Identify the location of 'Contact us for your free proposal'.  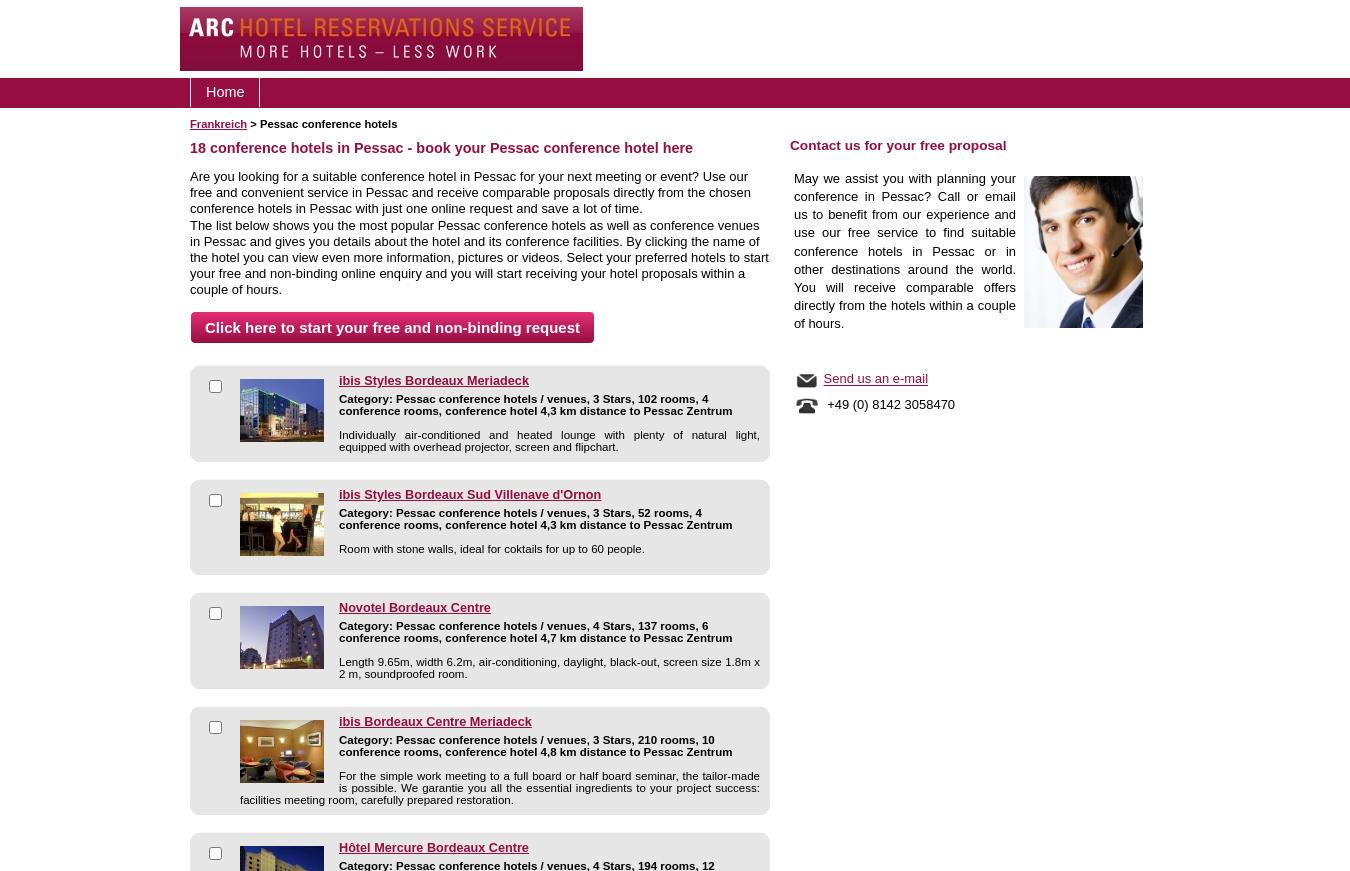
(898, 144).